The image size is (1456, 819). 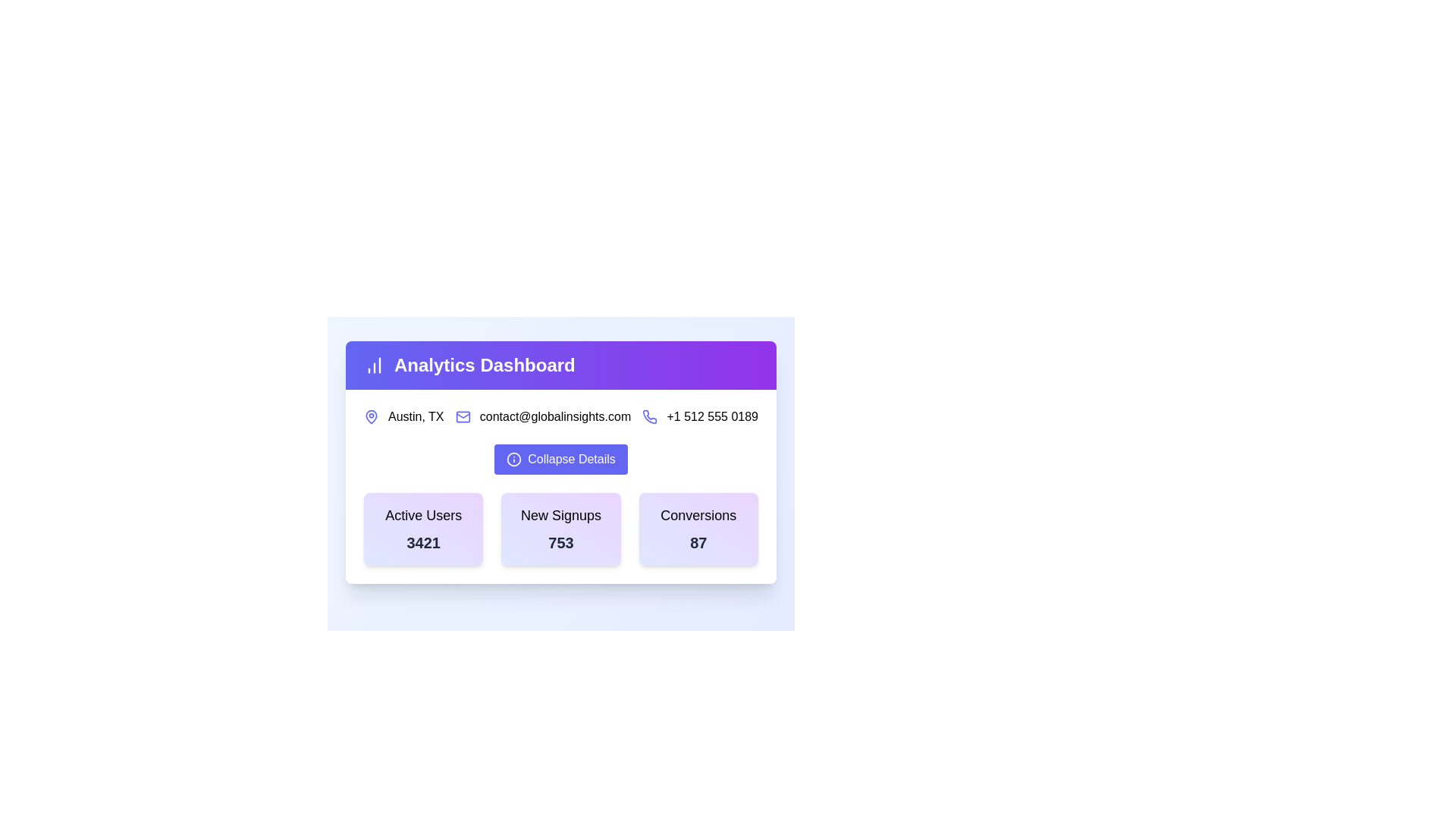 I want to click on the 'Collapse Details' button in the dashboard display area, so click(x=560, y=461).